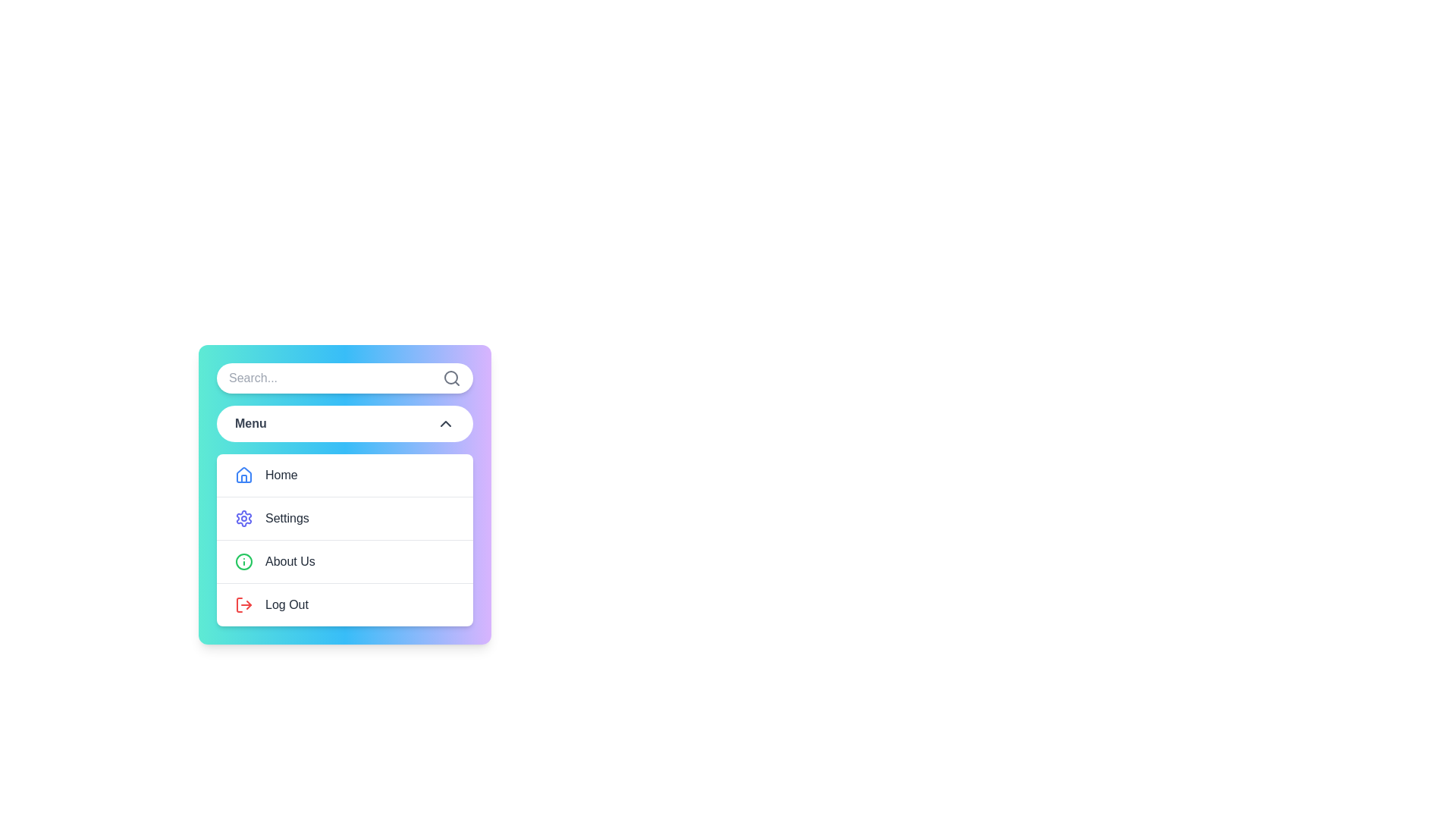 This screenshot has height=819, width=1456. What do you see at coordinates (243, 475) in the screenshot?
I see `the blue outlined house icon, which is highlighted and located to the left of the text 'Home' in the vertical menu` at bounding box center [243, 475].